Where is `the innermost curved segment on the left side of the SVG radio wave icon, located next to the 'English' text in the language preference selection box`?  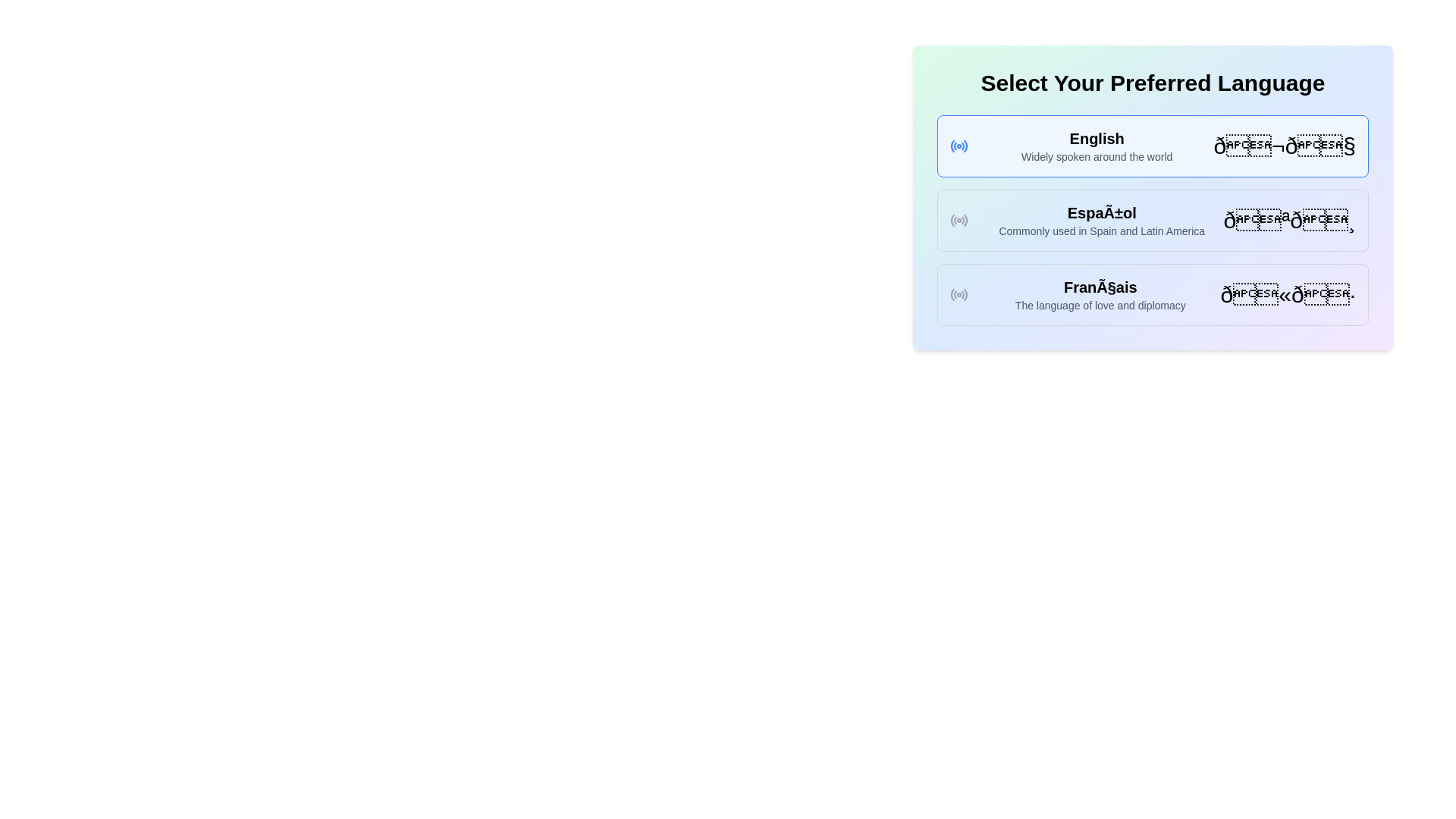 the innermost curved segment on the left side of the SVG radio wave icon, located next to the 'English' text in the language preference selection box is located at coordinates (952, 146).